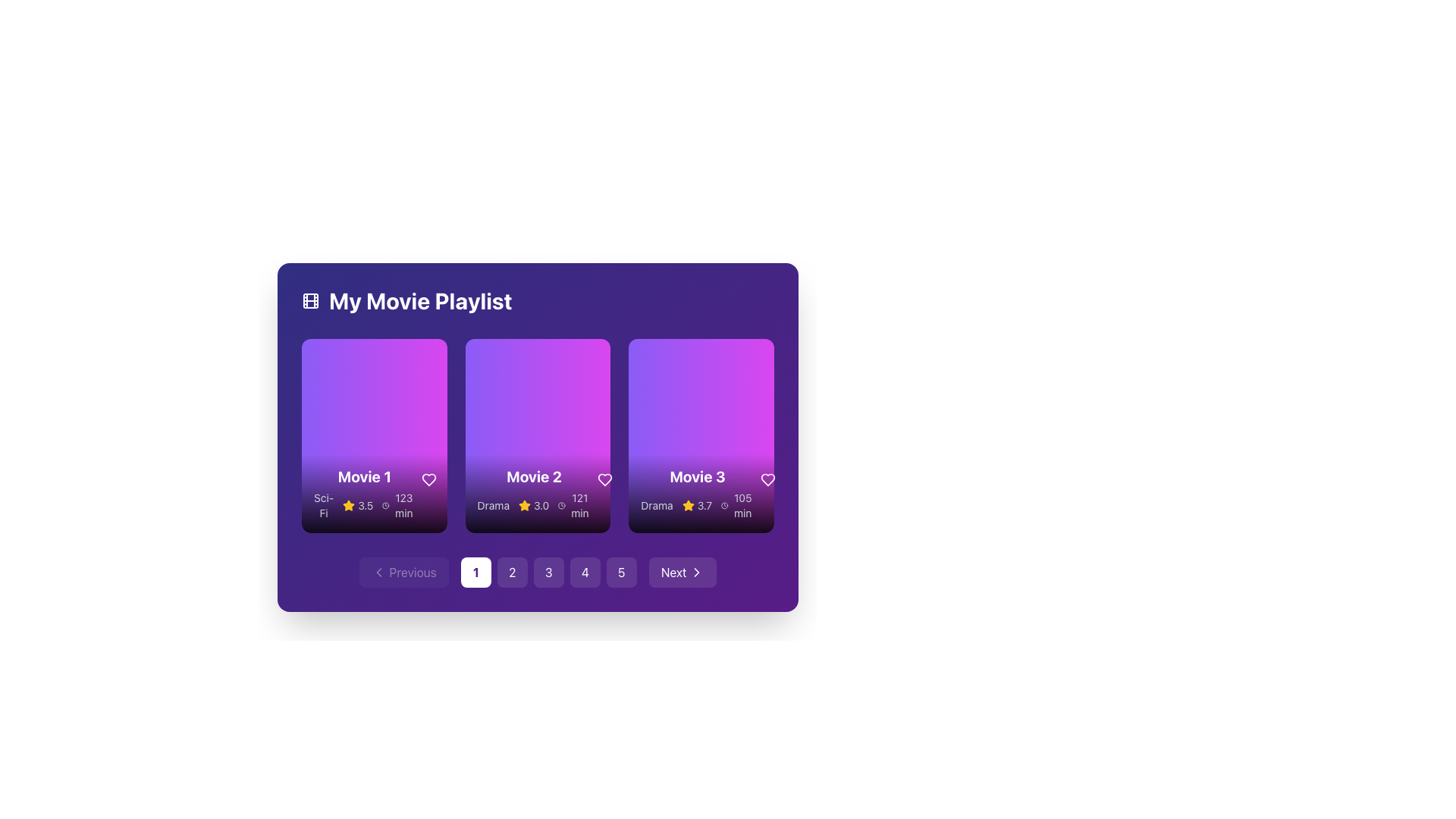  What do you see at coordinates (604, 479) in the screenshot?
I see `the heart-shaped icon at the bottom right corner of the card for 'Movie 2'` at bounding box center [604, 479].